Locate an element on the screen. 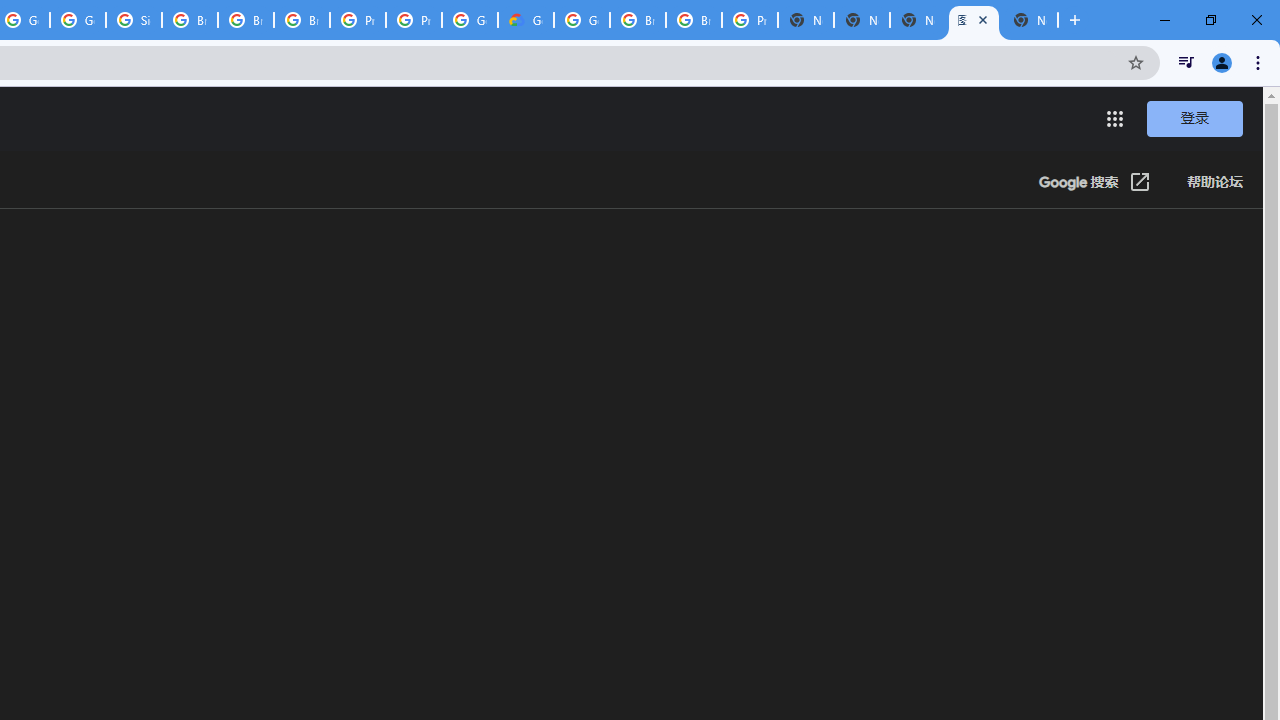  'Browse Chrome as a guest - Computer - Google Chrome Help' is located at coordinates (244, 20).